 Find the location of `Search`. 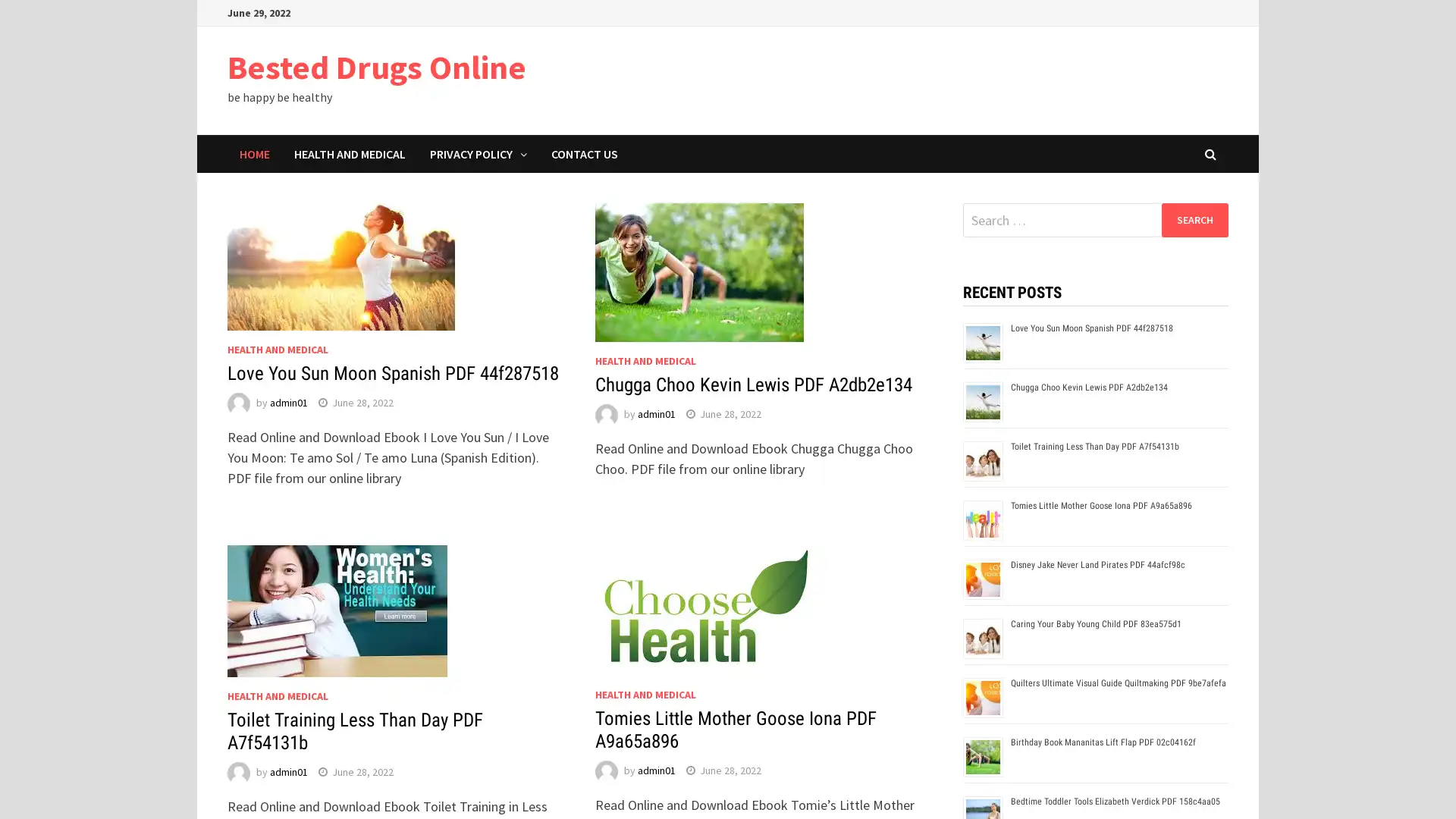

Search is located at coordinates (1194, 219).